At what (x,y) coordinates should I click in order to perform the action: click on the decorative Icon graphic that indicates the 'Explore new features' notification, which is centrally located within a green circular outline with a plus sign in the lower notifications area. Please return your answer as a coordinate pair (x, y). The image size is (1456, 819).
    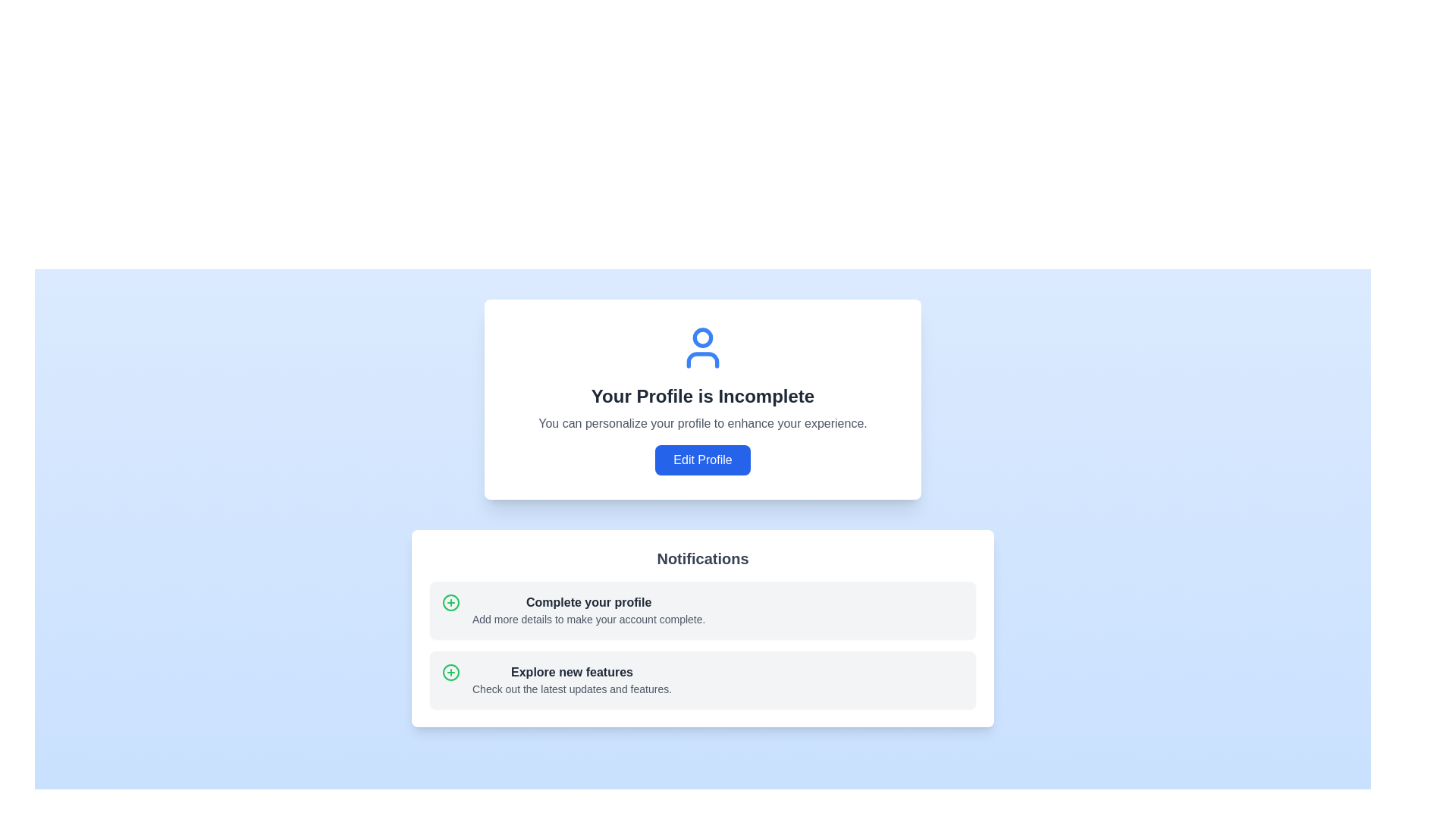
    Looking at the image, I should click on (450, 601).